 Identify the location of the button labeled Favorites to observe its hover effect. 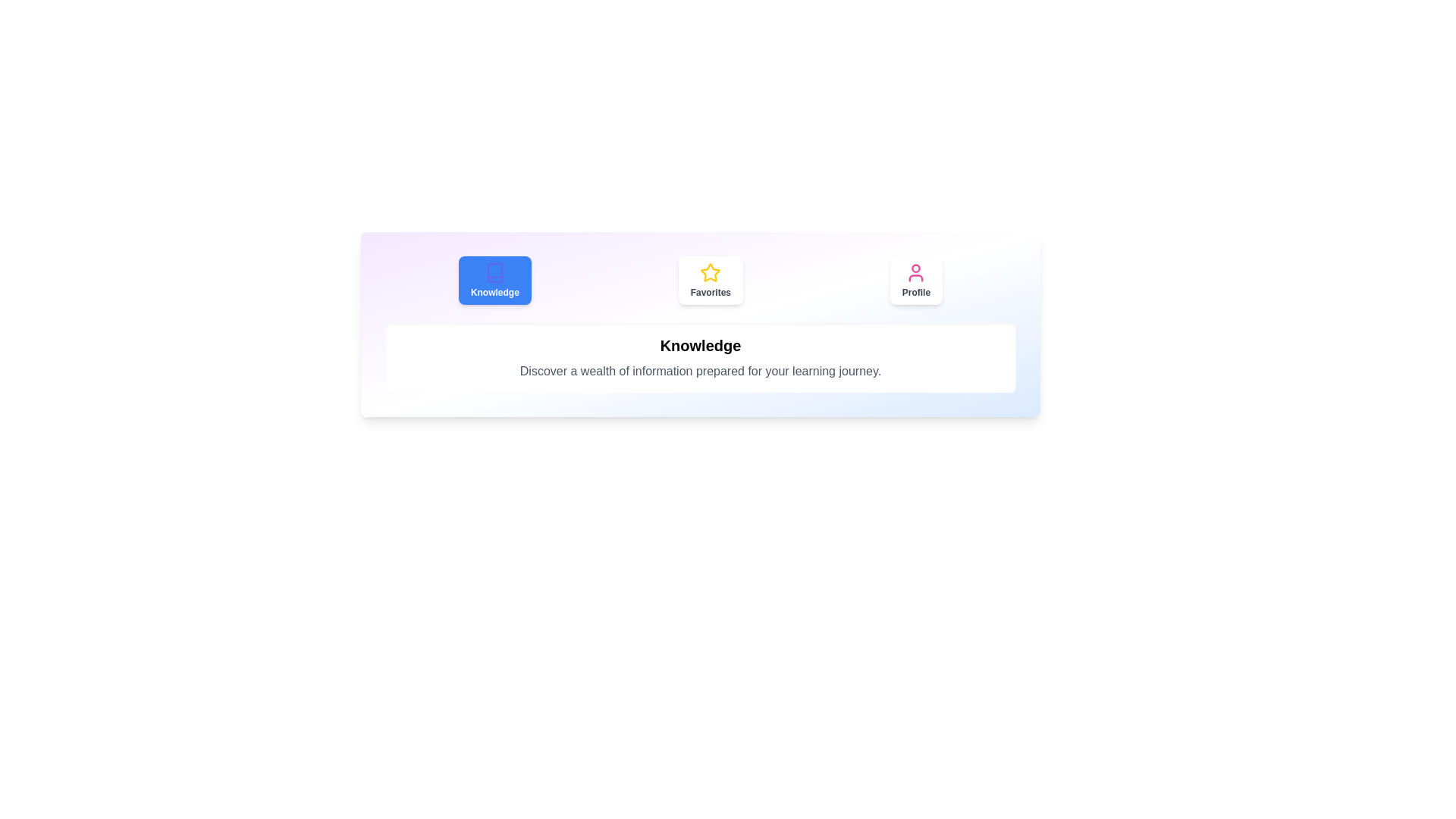
(710, 281).